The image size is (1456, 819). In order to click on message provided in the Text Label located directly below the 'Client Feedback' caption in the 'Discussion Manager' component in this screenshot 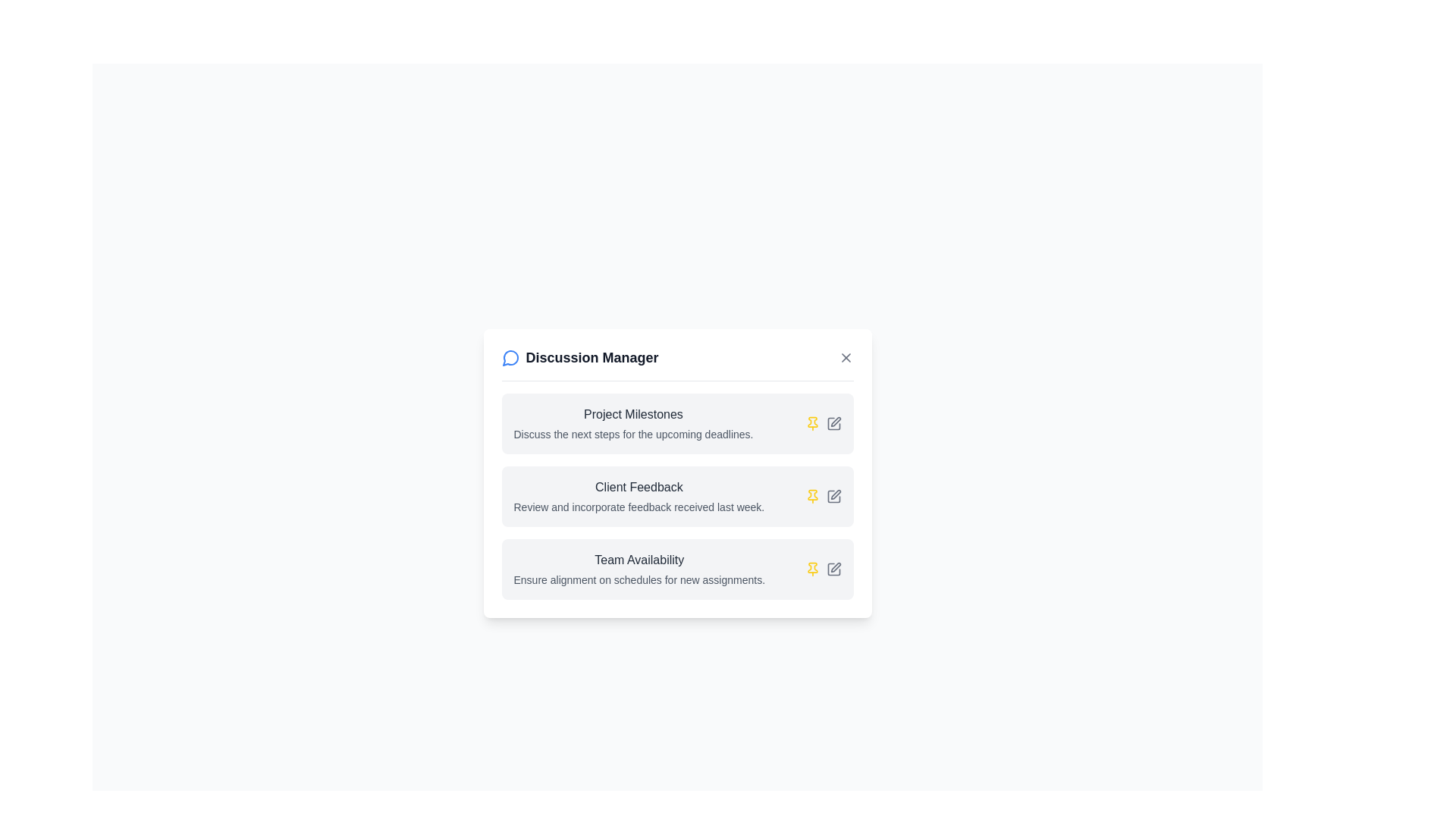, I will do `click(639, 507)`.